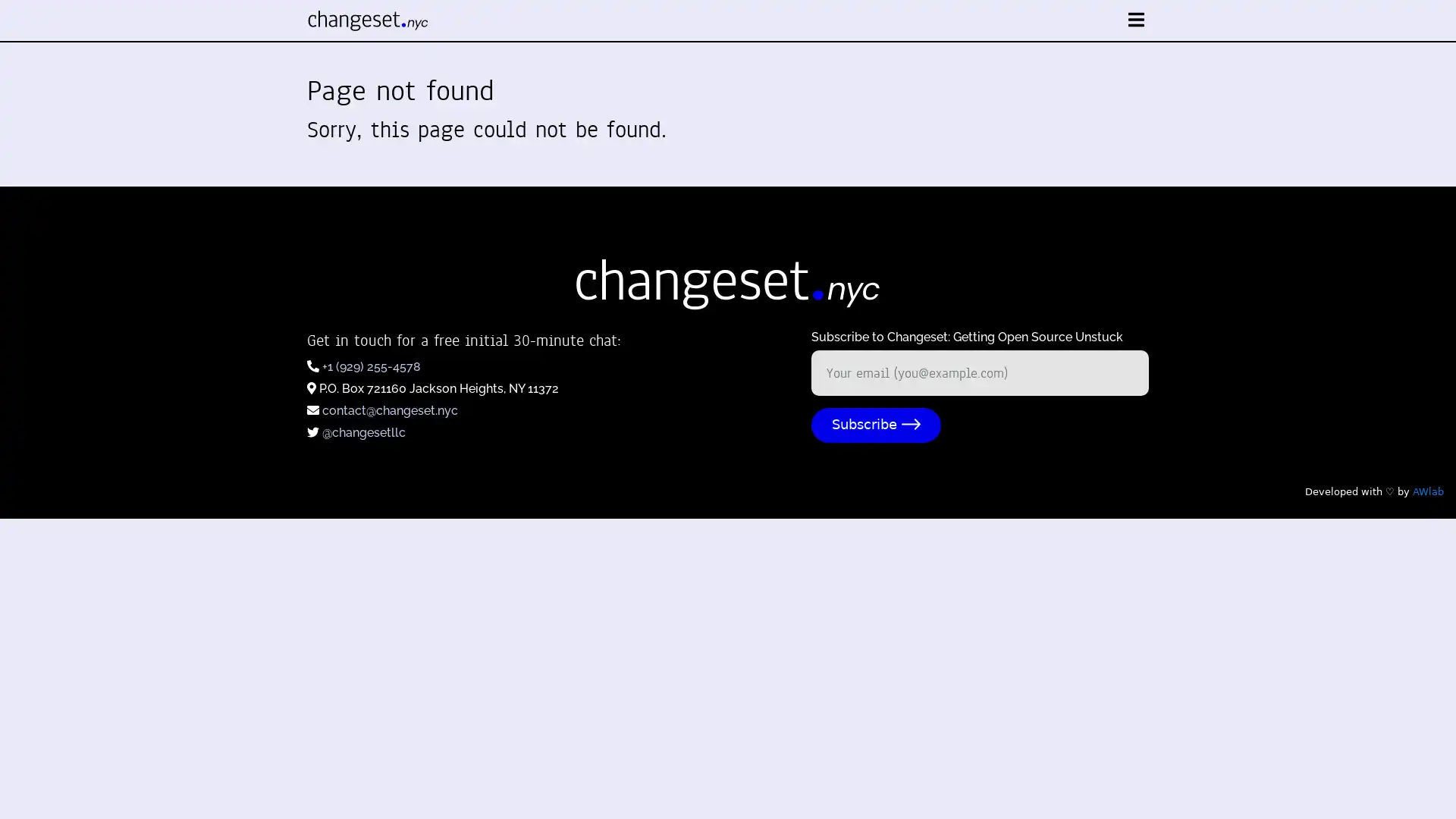 Image resolution: width=1456 pixels, height=819 pixels. I want to click on Subscribe, so click(876, 425).